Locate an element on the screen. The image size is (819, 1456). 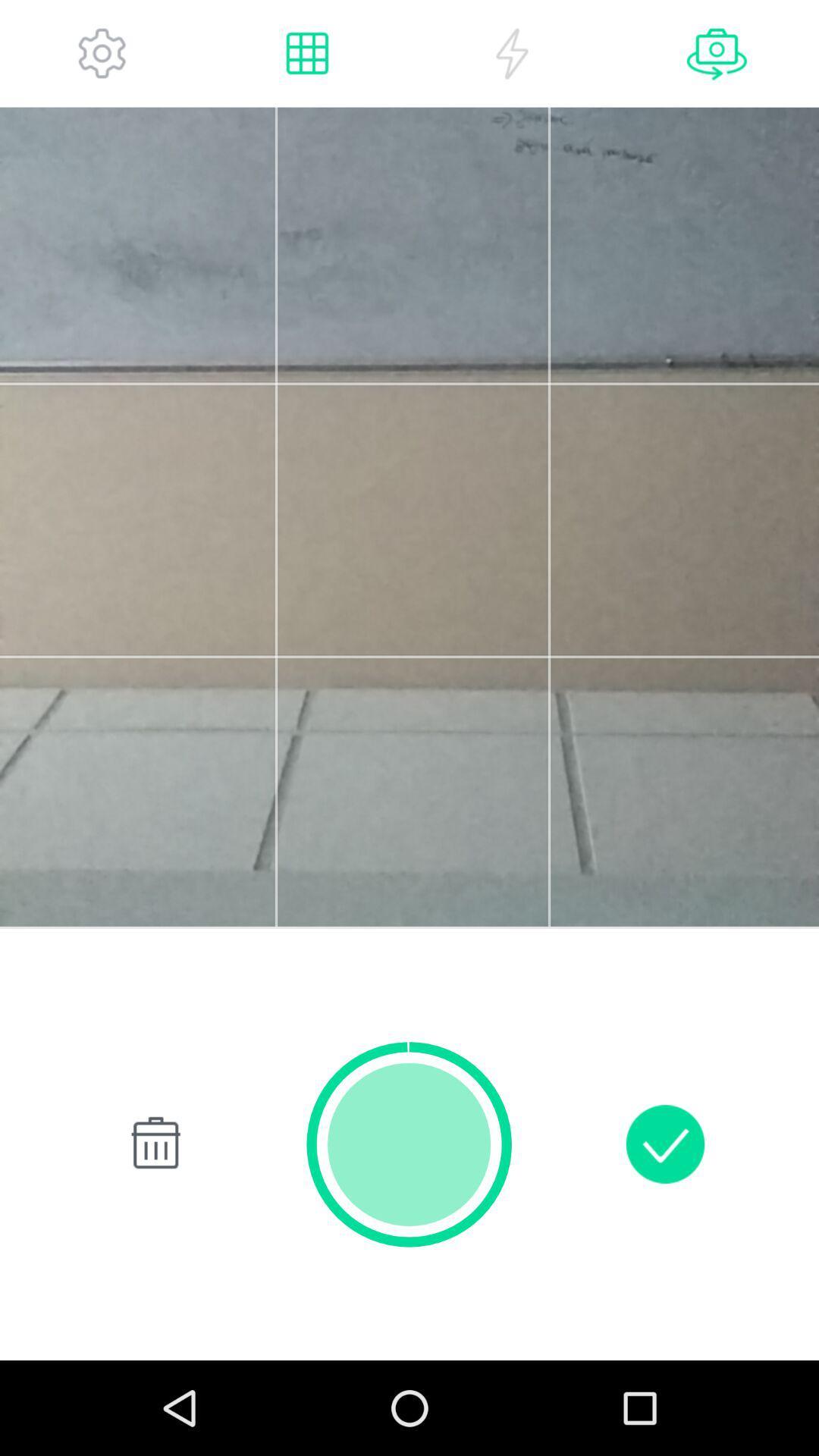
flash option is located at coordinates (512, 53).